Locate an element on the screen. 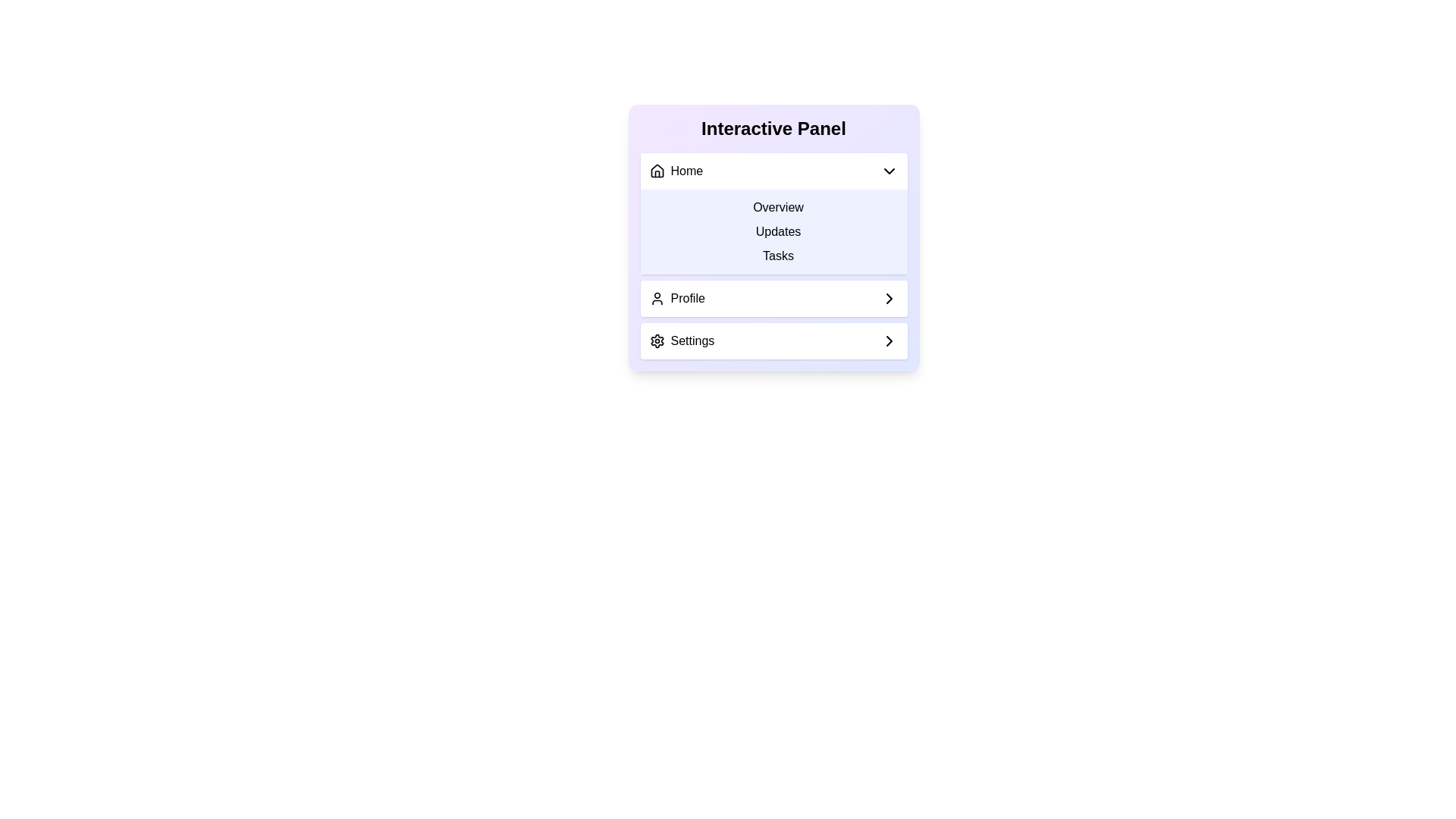 This screenshot has height=819, width=1456. the downward-facing chevron icon next to the 'Home' label in the panel header is located at coordinates (889, 171).